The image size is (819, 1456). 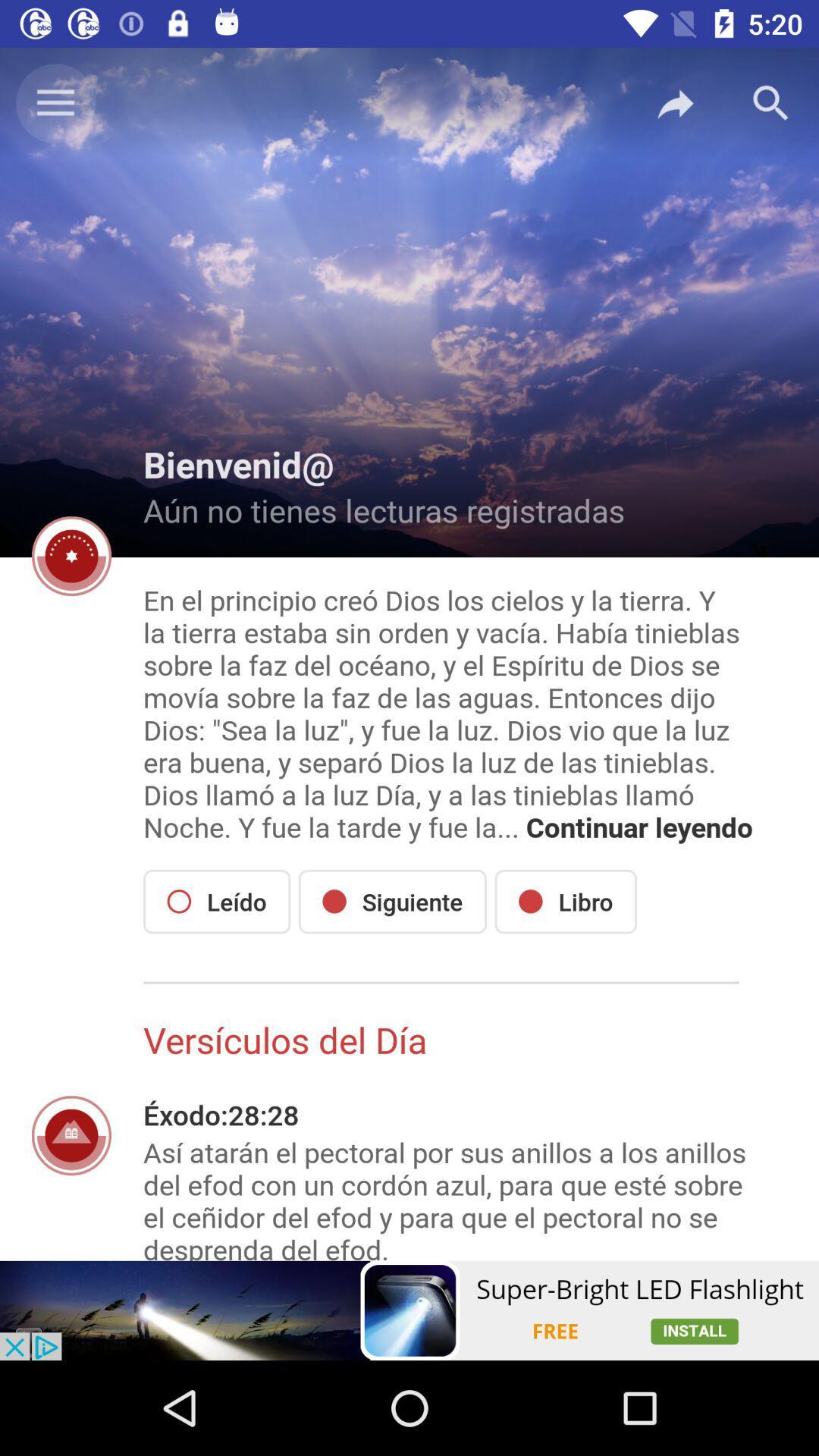 What do you see at coordinates (566, 902) in the screenshot?
I see `the libro on the right` at bounding box center [566, 902].